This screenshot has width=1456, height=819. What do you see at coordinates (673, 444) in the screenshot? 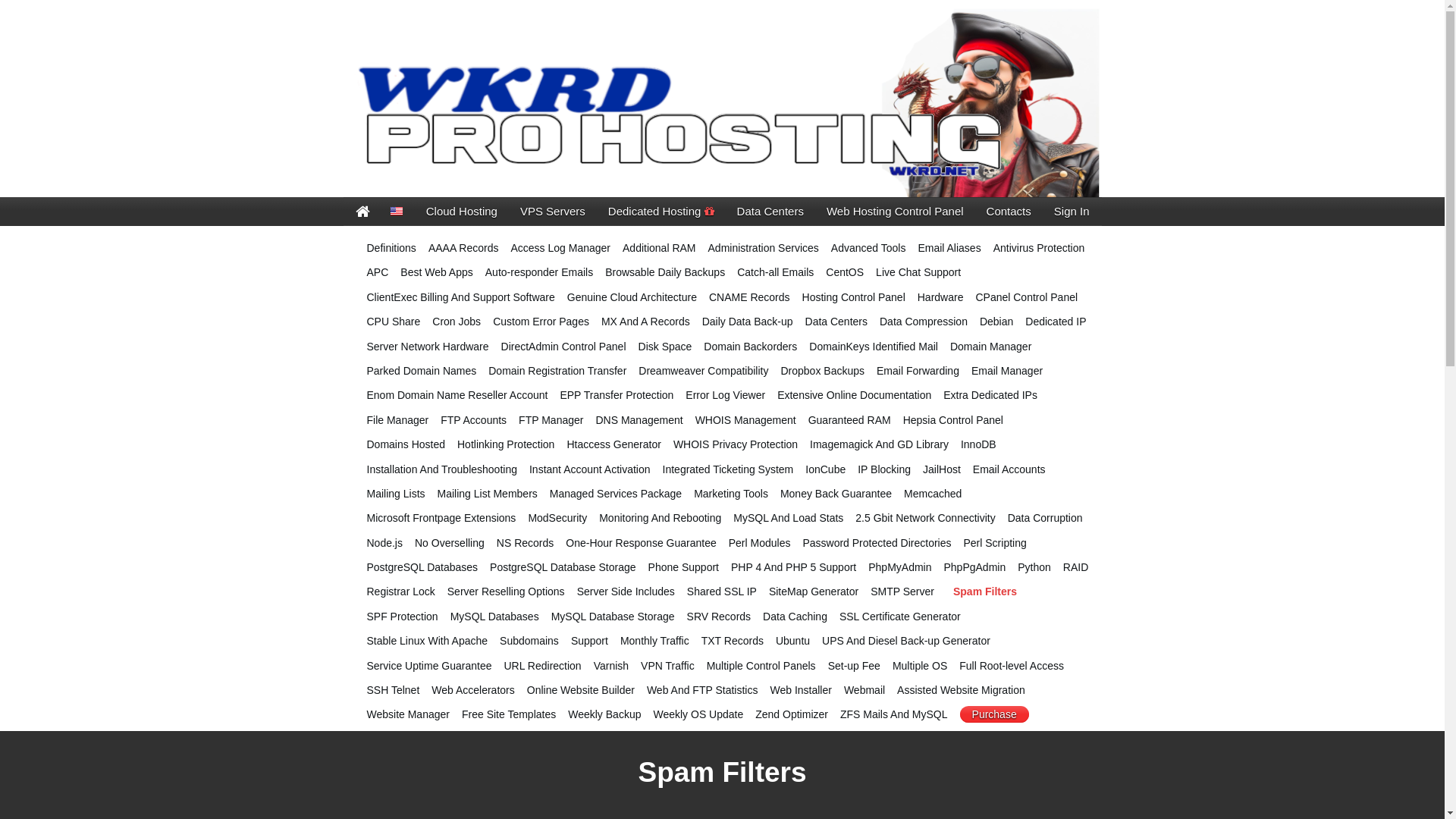
I see `'WHOIS Privacy Protection'` at bounding box center [673, 444].